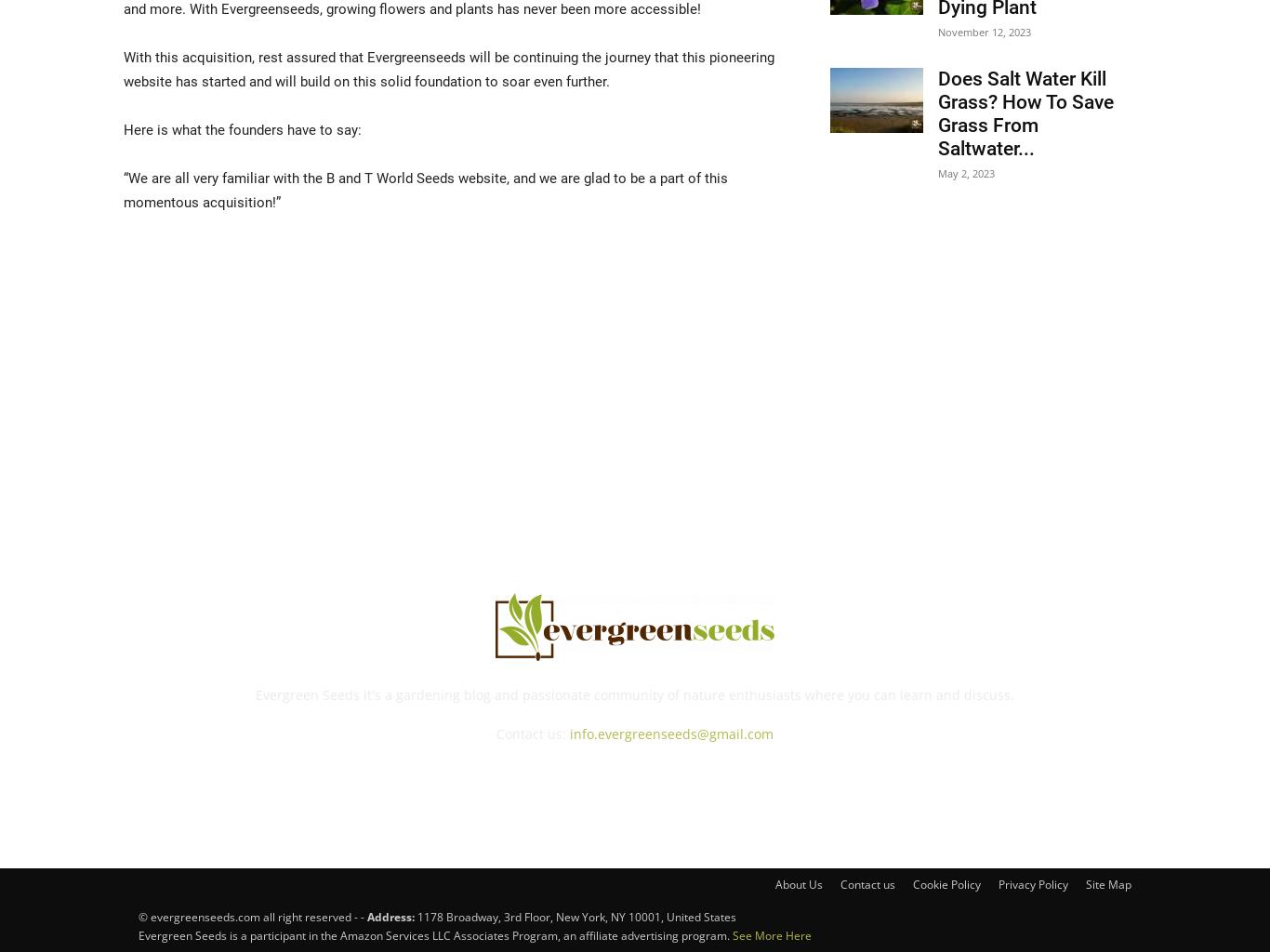  I want to click on 'Evergreen Seeds it's a gardening blog and passionate community of nature enthusiasts where you can learn and discuss.', so click(633, 694).